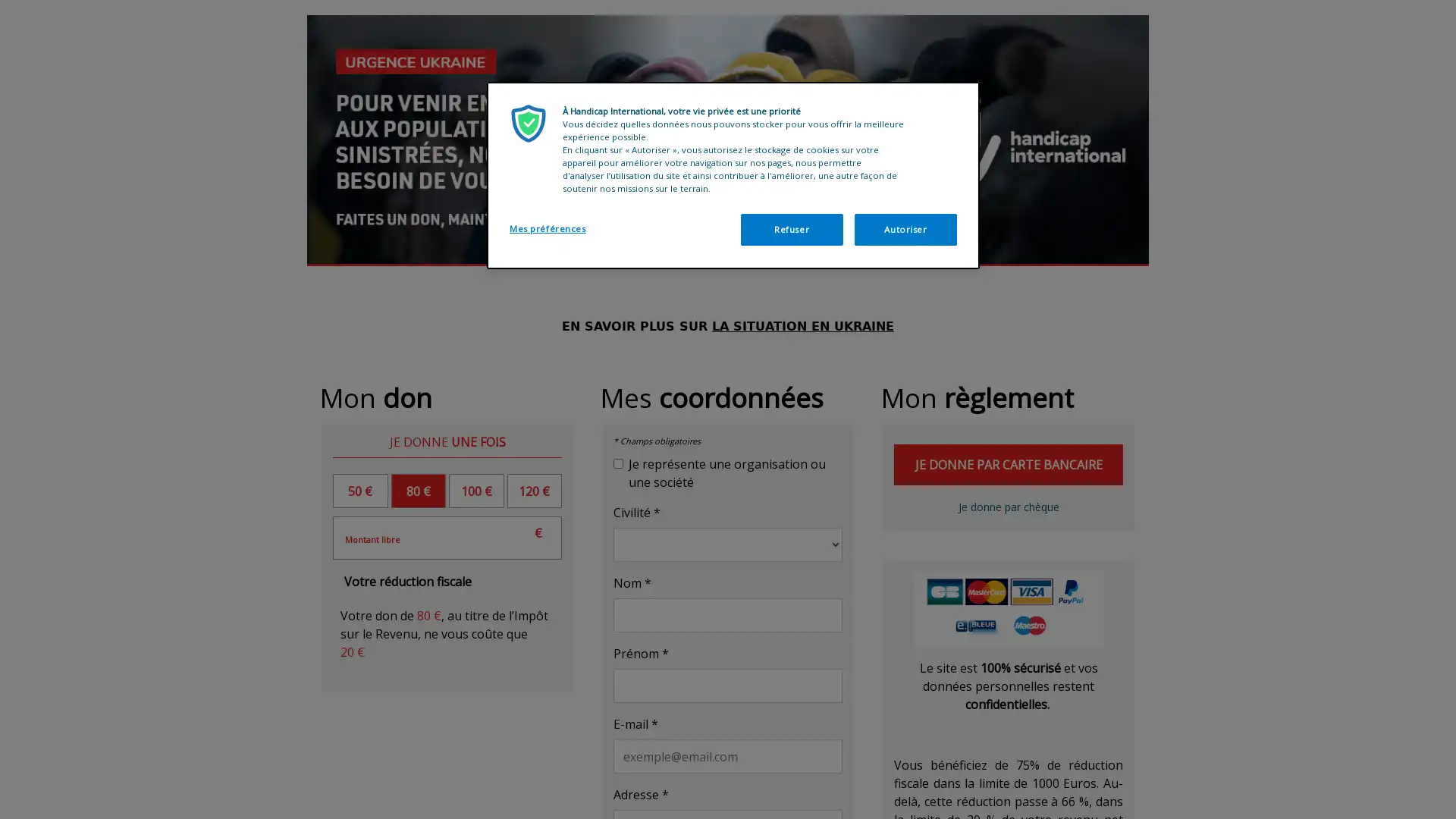  I want to click on 120, so click(534, 491).